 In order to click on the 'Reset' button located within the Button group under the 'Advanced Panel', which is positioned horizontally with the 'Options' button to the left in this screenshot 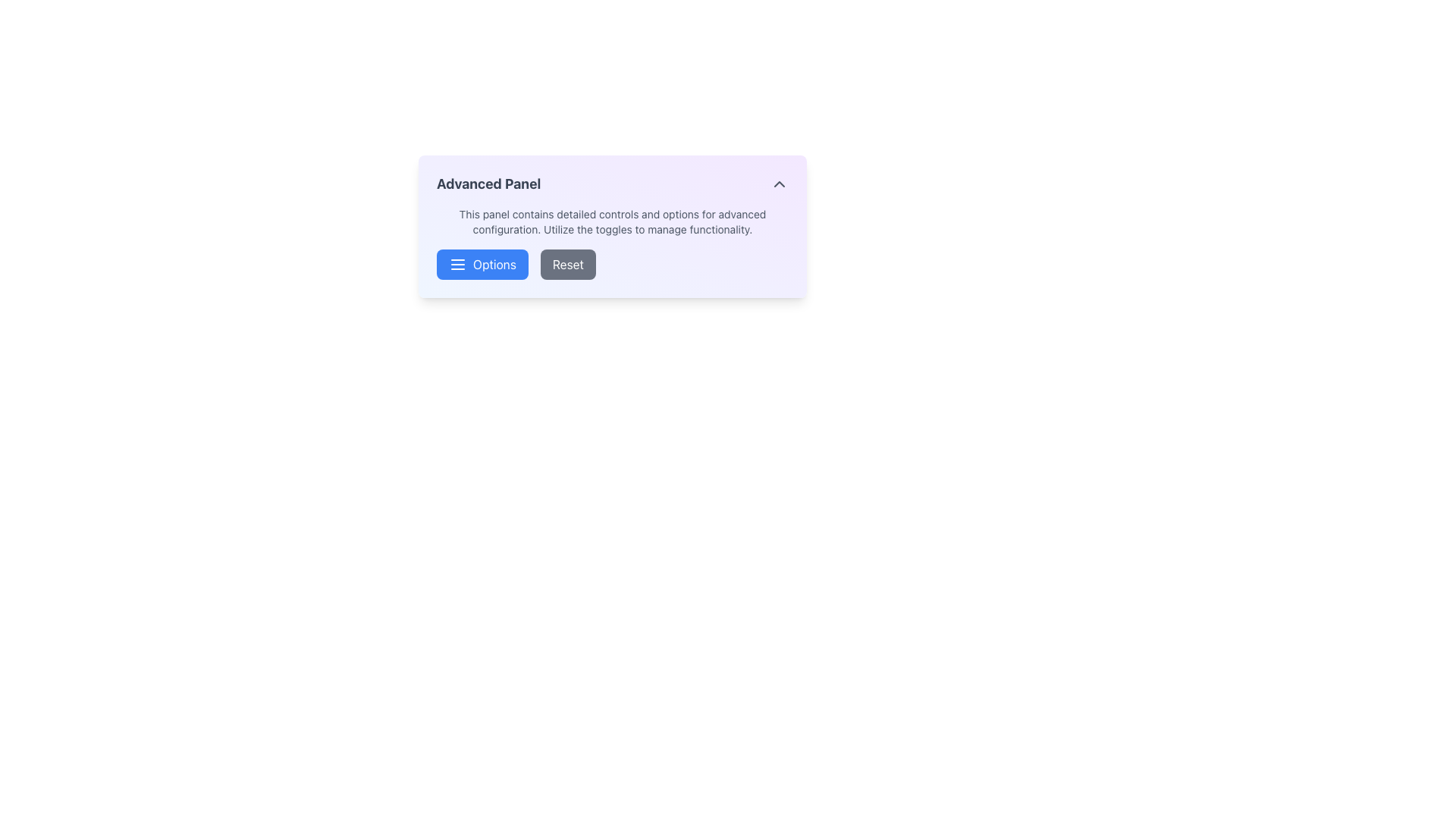, I will do `click(612, 263)`.